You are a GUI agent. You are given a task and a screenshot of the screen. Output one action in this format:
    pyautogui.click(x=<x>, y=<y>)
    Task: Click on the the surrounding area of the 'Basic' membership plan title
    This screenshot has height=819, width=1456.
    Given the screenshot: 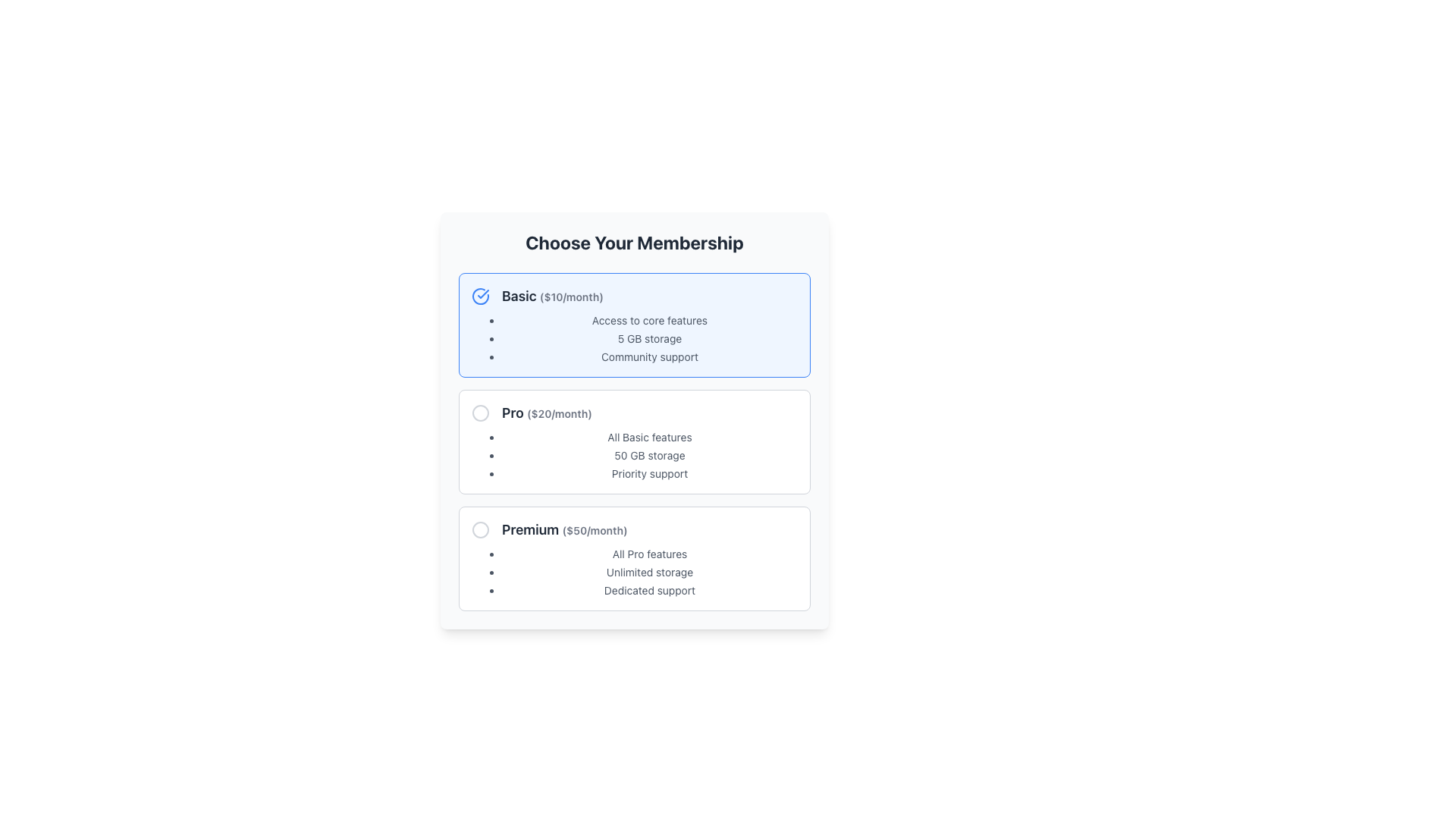 What is the action you would take?
    pyautogui.click(x=634, y=296)
    